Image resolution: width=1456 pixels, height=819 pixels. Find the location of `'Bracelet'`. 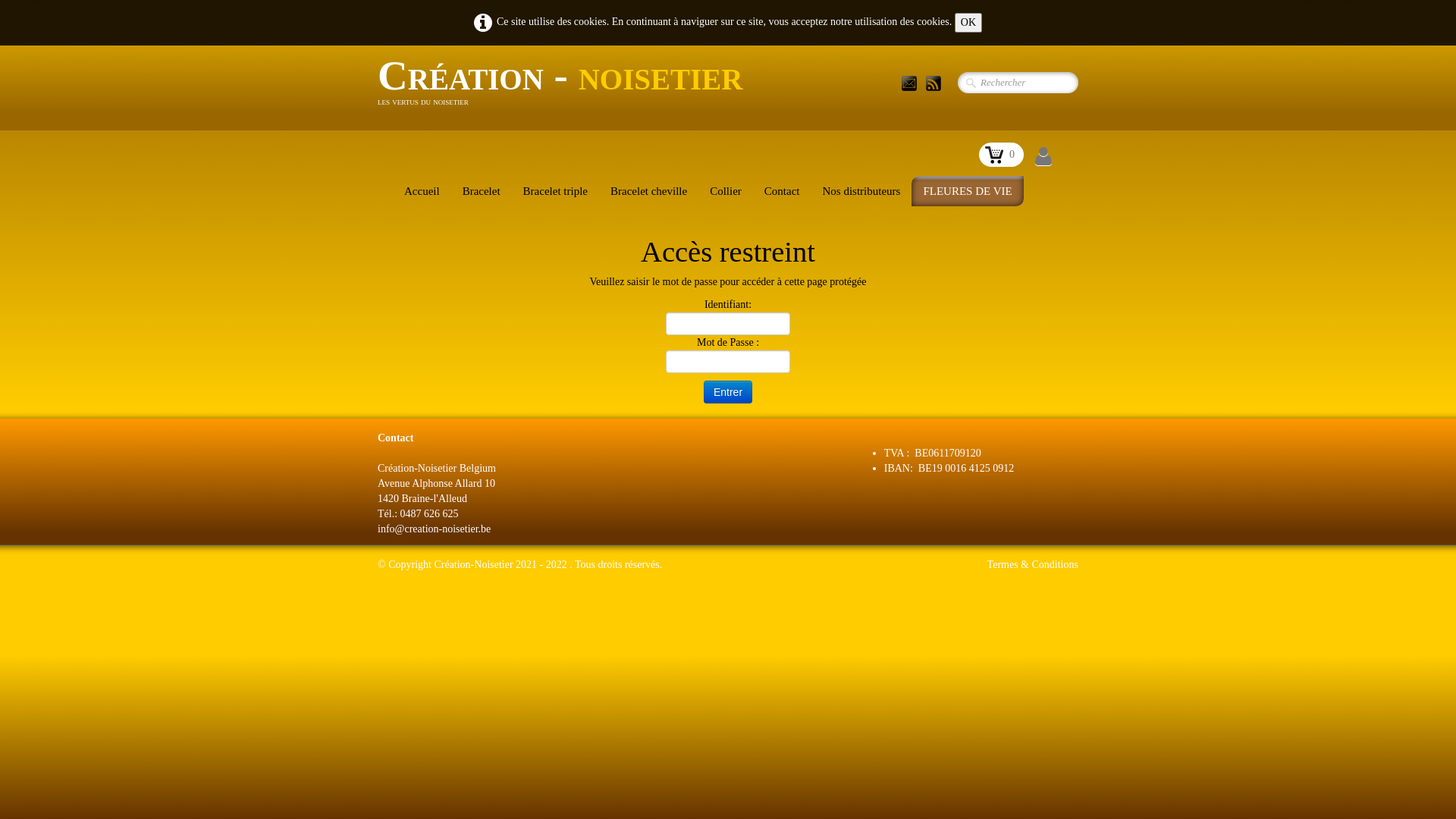

'Bracelet' is located at coordinates (480, 190).